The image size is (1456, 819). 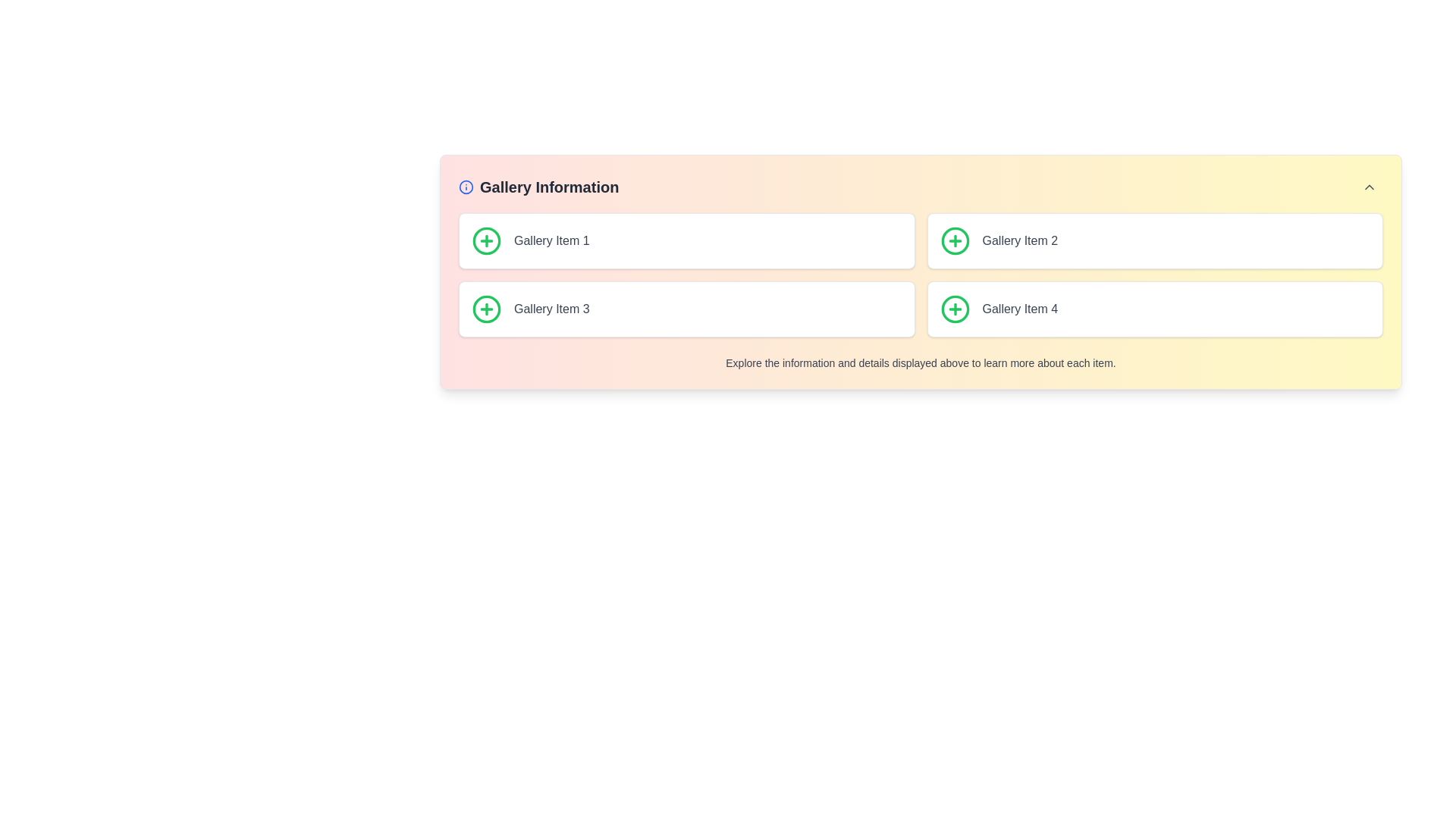 What do you see at coordinates (1154, 240) in the screenshot?
I see `details of the gallery item card located at the second tile in the grid layout, which is positioned in the top-right corner and adjacent to 'Gallery Item 1' to its left` at bounding box center [1154, 240].